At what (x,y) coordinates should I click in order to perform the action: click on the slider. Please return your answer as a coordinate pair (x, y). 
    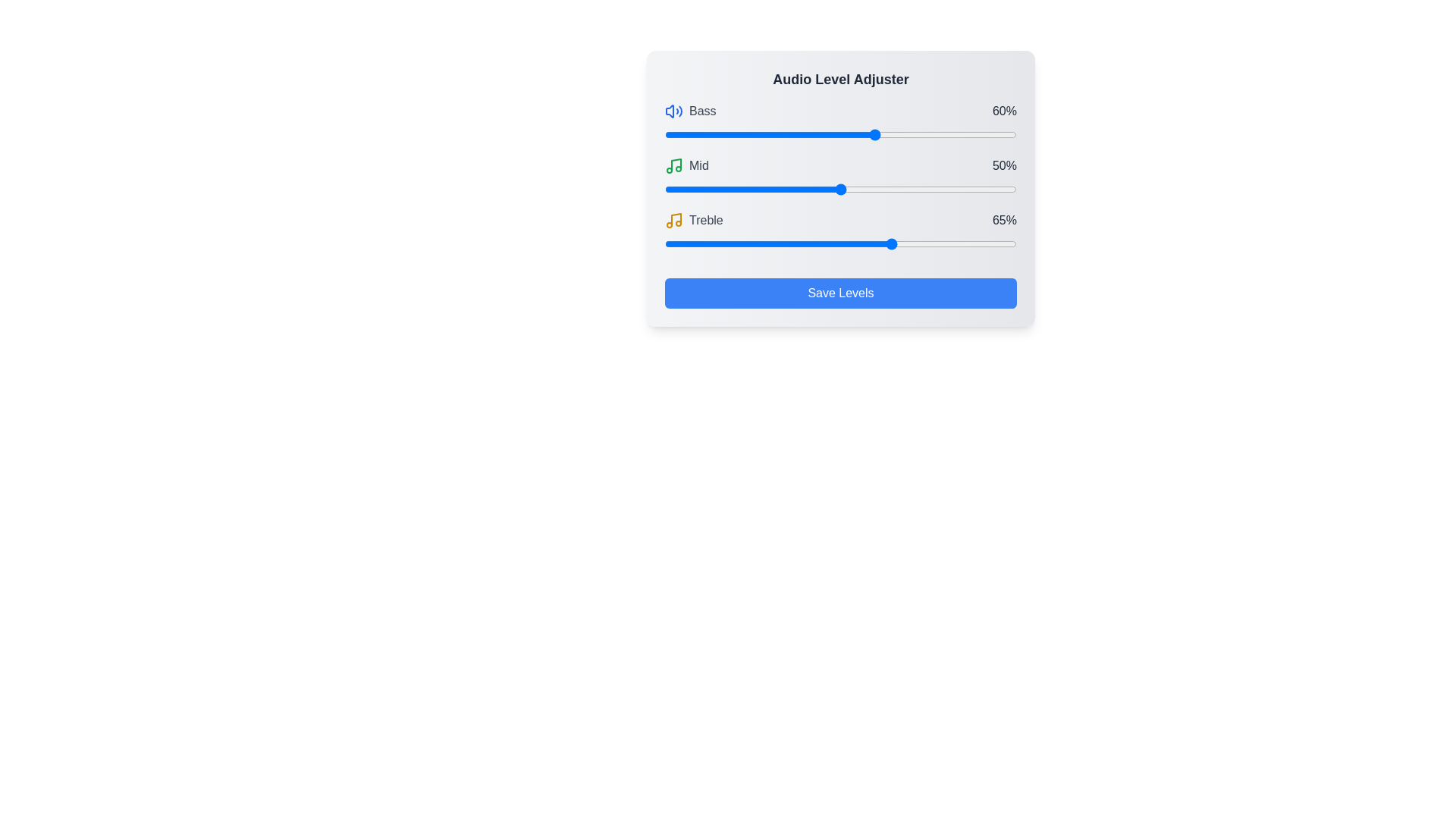
    Looking at the image, I should click on (900, 243).